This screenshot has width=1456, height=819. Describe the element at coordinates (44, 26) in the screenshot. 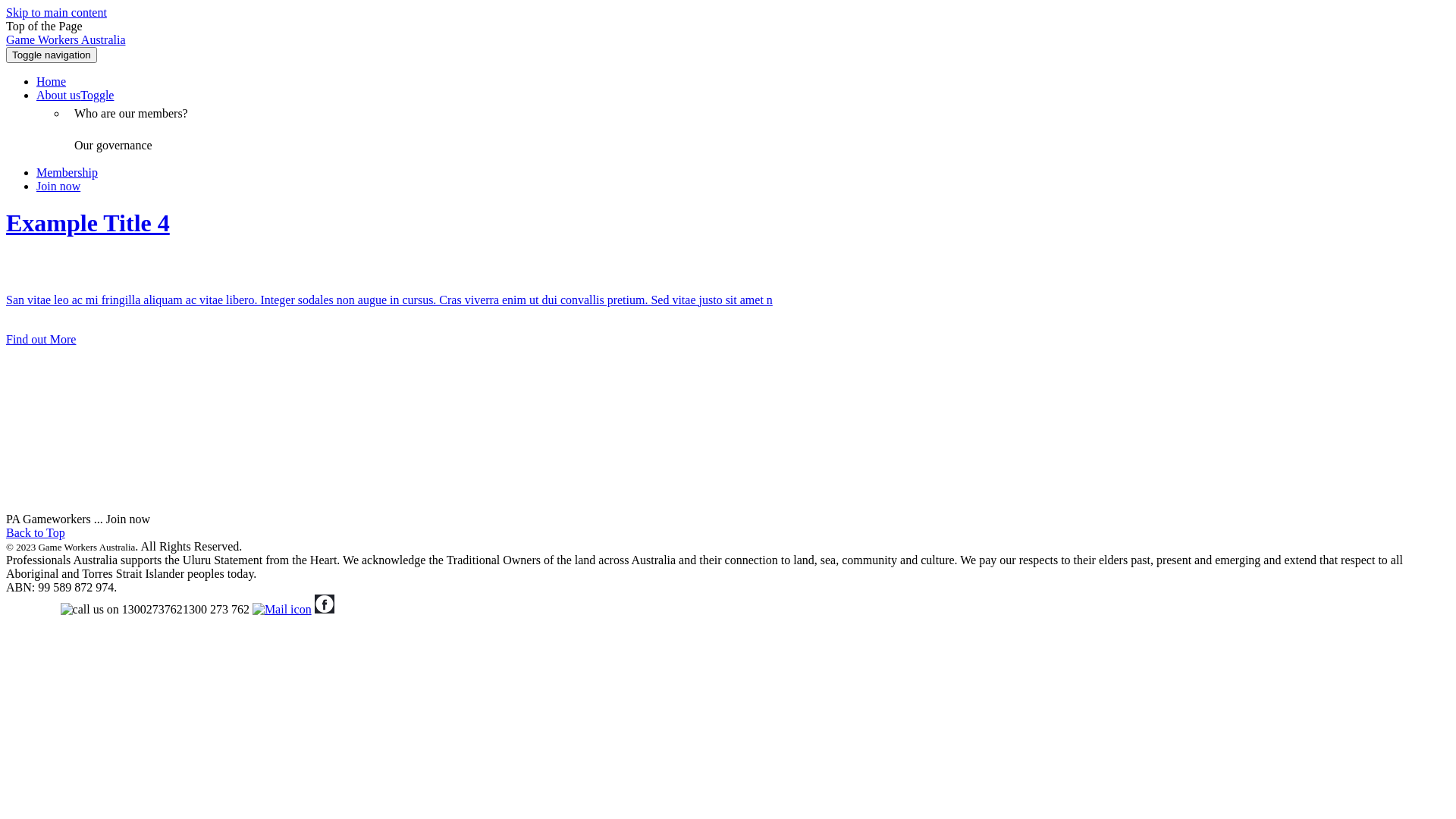

I see `'Top of the Page'` at that location.